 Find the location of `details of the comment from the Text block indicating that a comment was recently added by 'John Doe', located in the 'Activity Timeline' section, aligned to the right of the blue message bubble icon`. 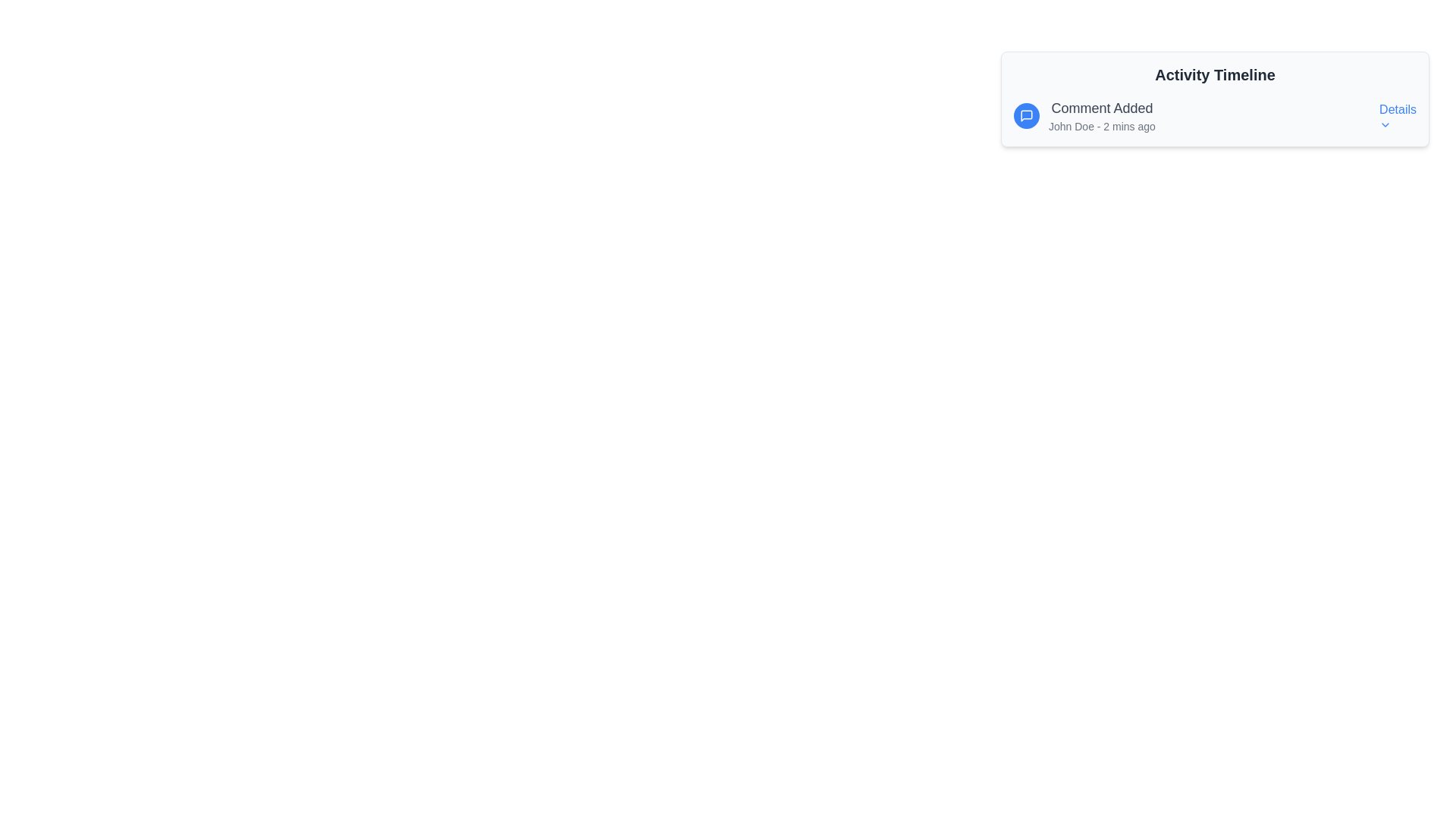

details of the comment from the Text block indicating that a comment was recently added by 'John Doe', located in the 'Activity Timeline' section, aligned to the right of the blue message bubble icon is located at coordinates (1102, 115).